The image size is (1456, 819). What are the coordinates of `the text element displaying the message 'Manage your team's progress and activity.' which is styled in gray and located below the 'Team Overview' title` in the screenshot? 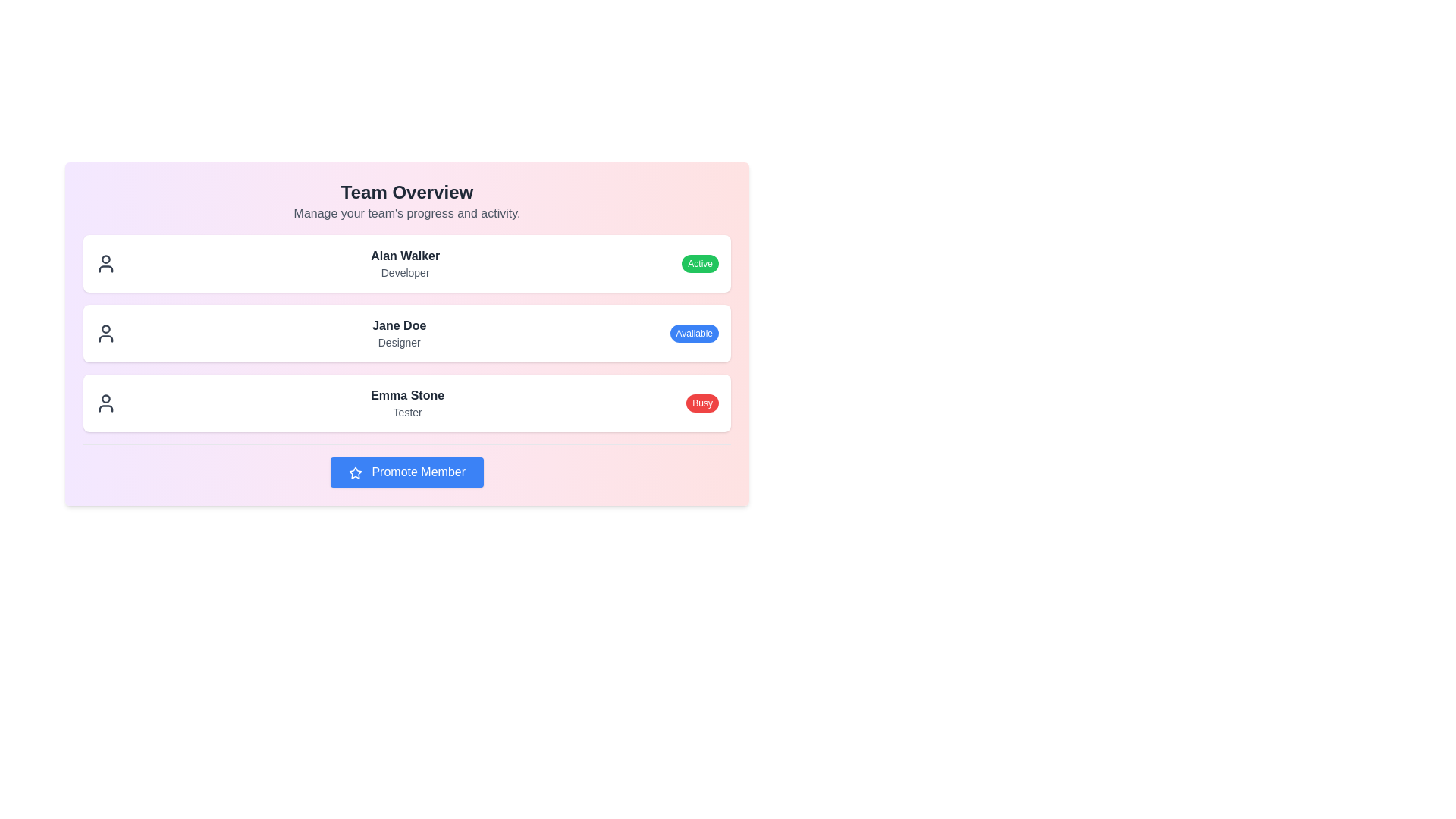 It's located at (407, 213).